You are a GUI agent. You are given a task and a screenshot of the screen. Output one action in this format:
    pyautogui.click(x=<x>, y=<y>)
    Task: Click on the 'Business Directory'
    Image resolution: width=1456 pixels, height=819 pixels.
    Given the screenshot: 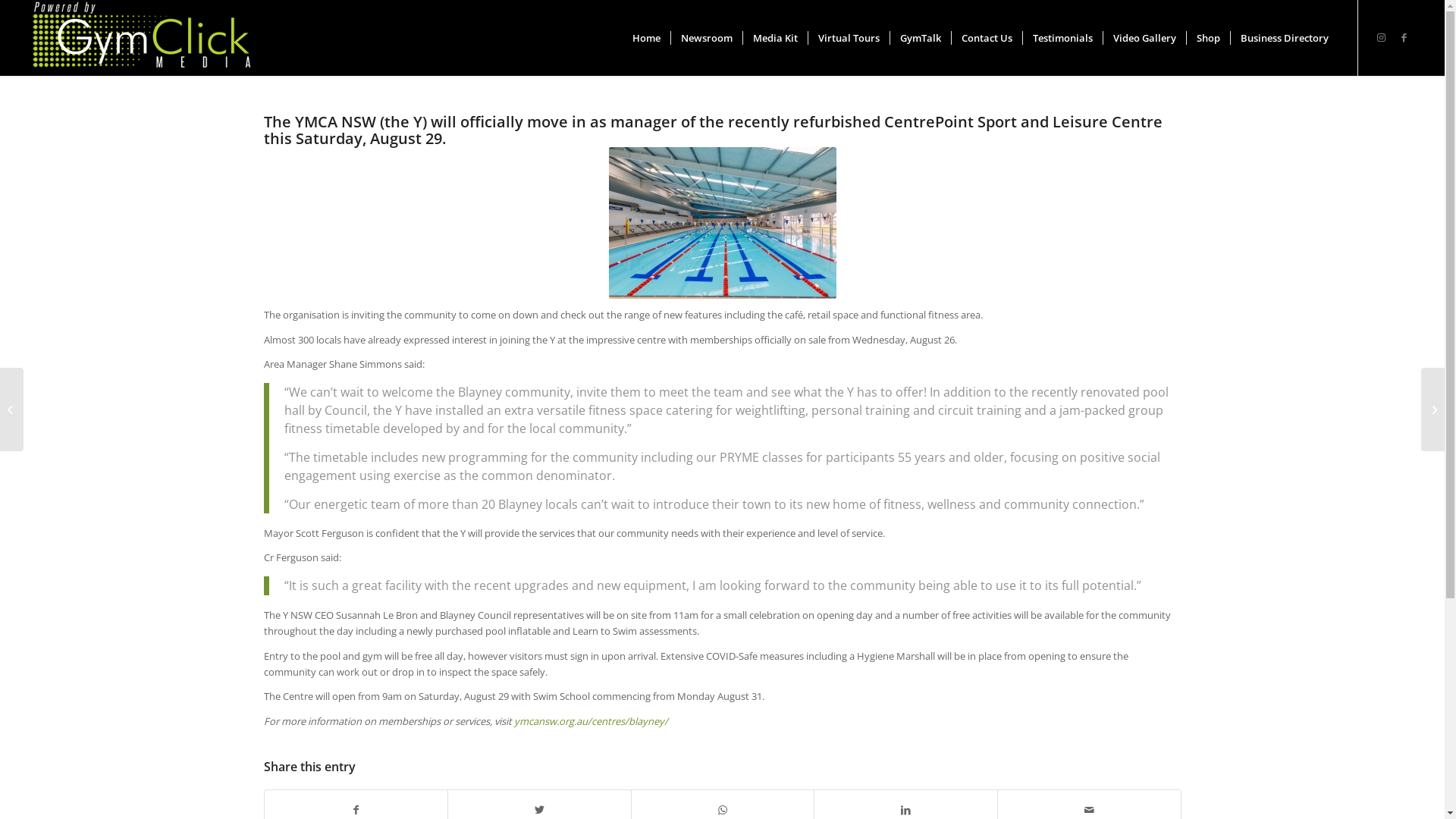 What is the action you would take?
    pyautogui.click(x=1283, y=37)
    